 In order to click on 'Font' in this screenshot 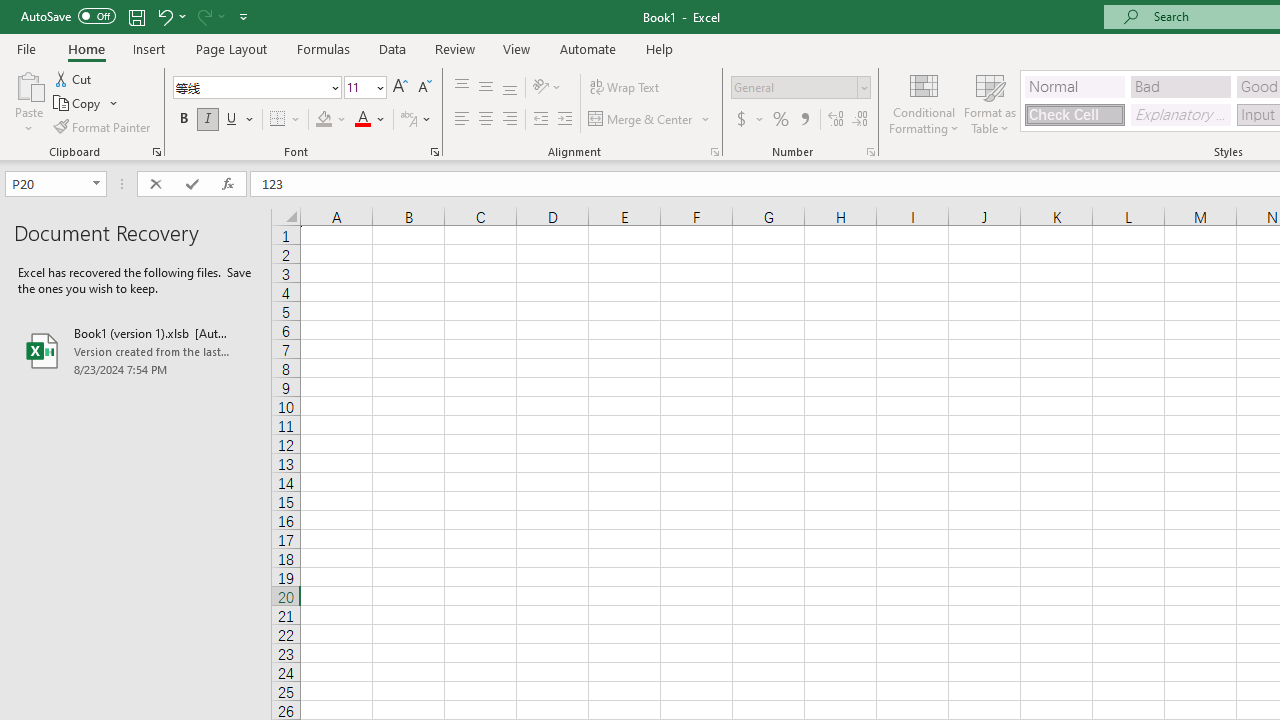, I will do `click(249, 86)`.